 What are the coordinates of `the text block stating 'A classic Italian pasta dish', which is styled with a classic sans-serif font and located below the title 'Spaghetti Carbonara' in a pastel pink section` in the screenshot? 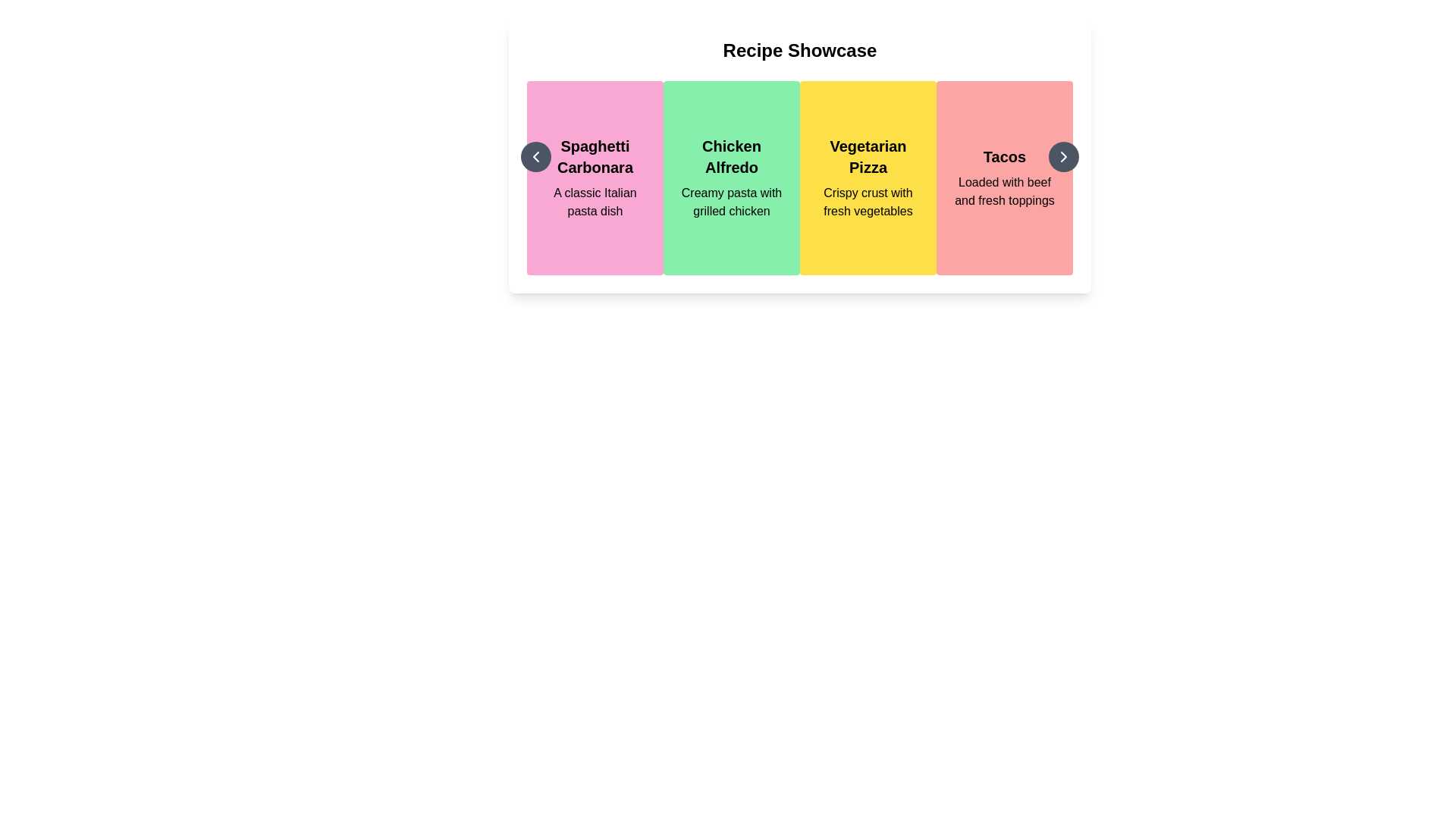 It's located at (595, 201).